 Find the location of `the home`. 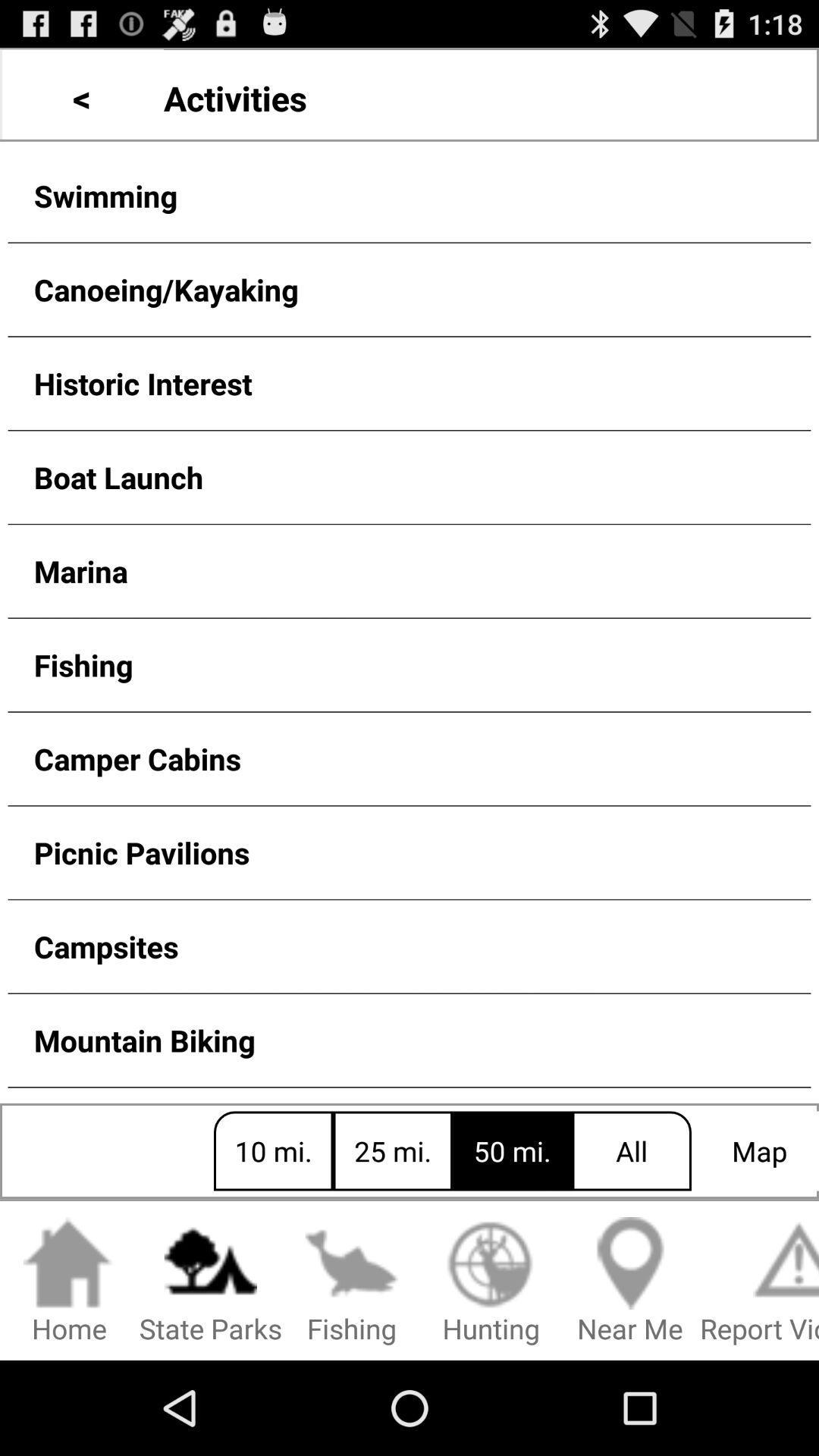

the home is located at coordinates (69, 1281).